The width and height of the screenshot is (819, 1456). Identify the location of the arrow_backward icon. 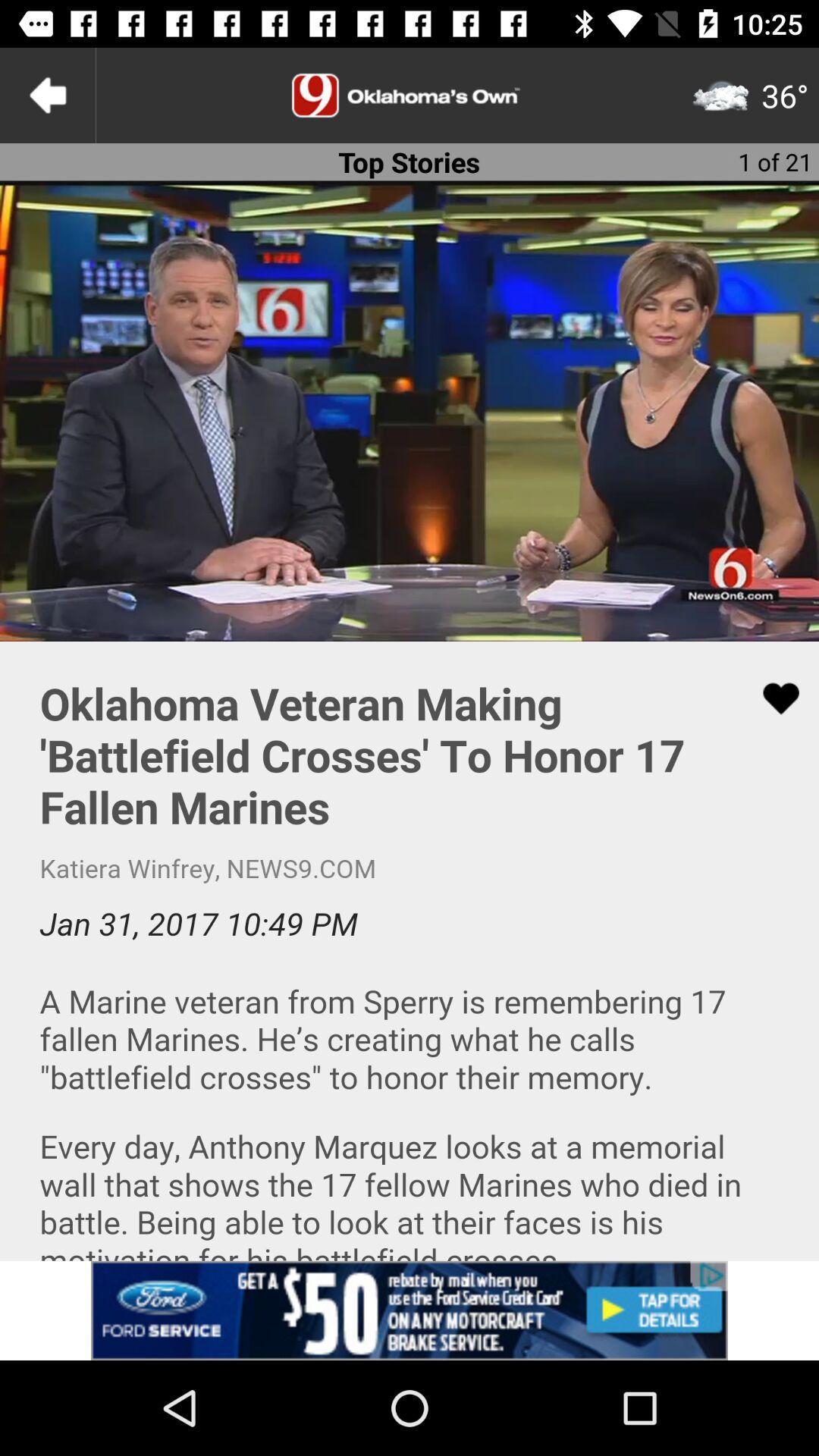
(46, 94).